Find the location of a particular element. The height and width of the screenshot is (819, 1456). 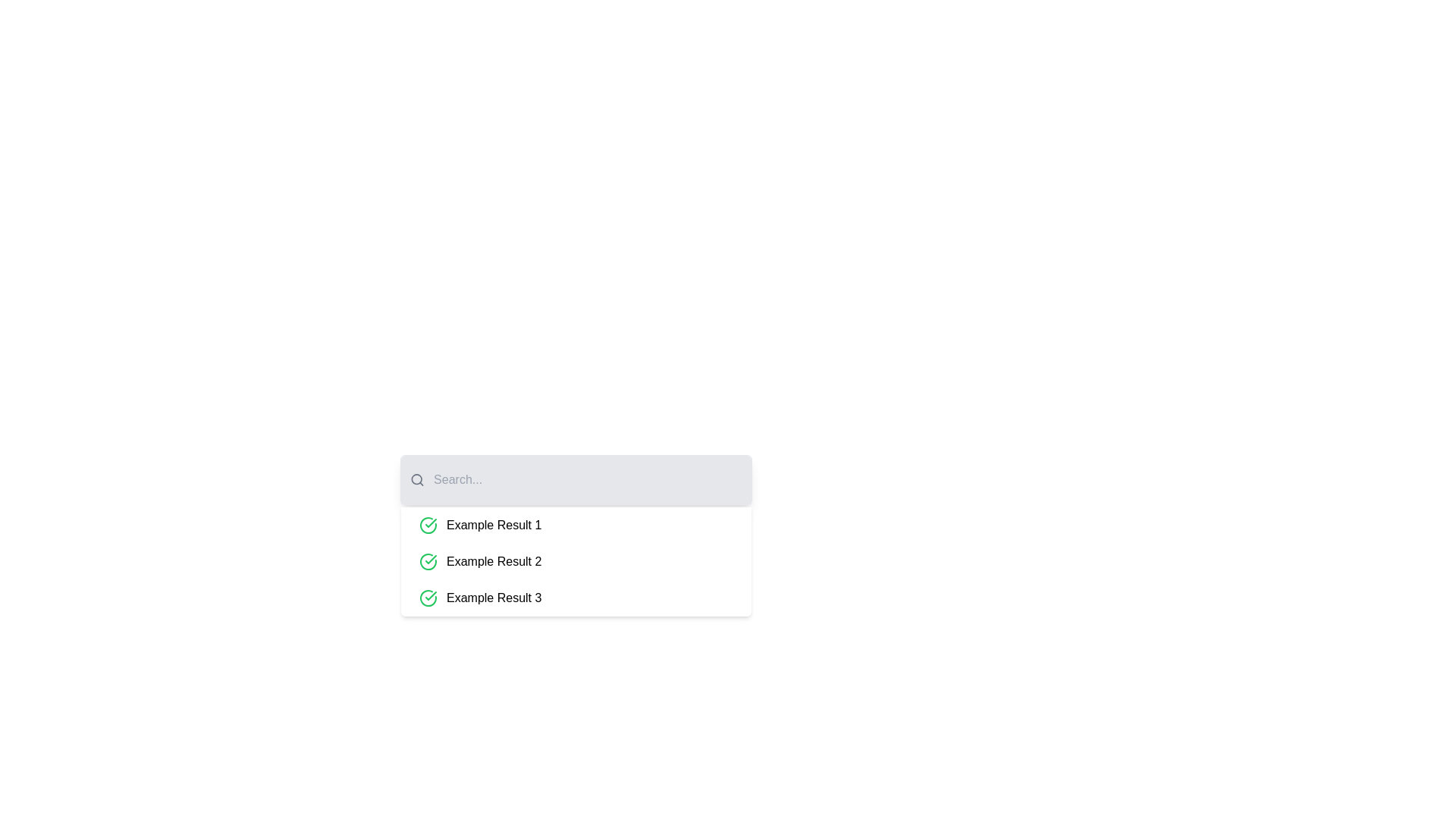

the search icon located on the left side of the search bar to focus the search input field is located at coordinates (417, 479).